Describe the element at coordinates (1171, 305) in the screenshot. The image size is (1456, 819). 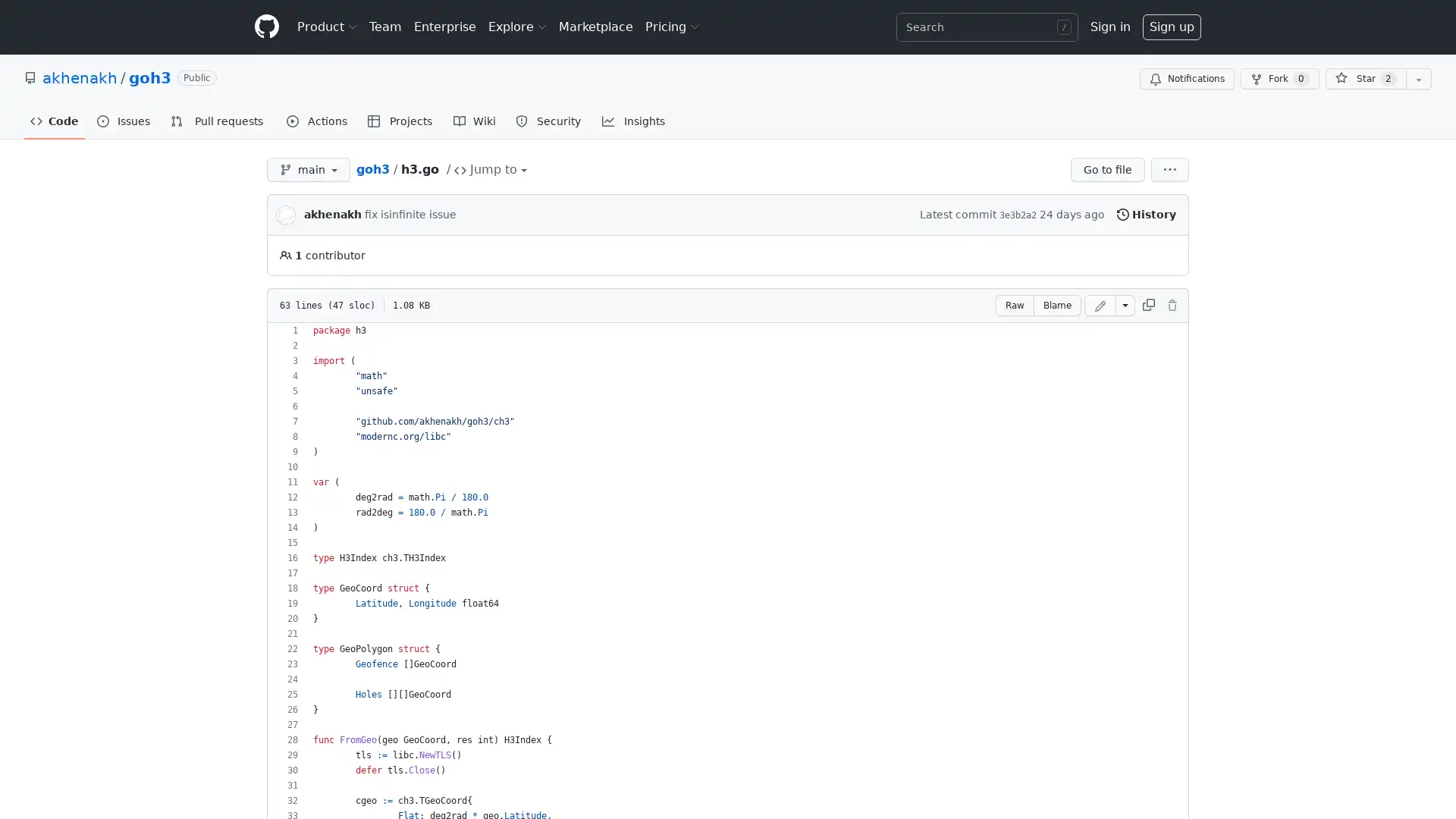
I see `You must be signed in to make or propose changes` at that location.